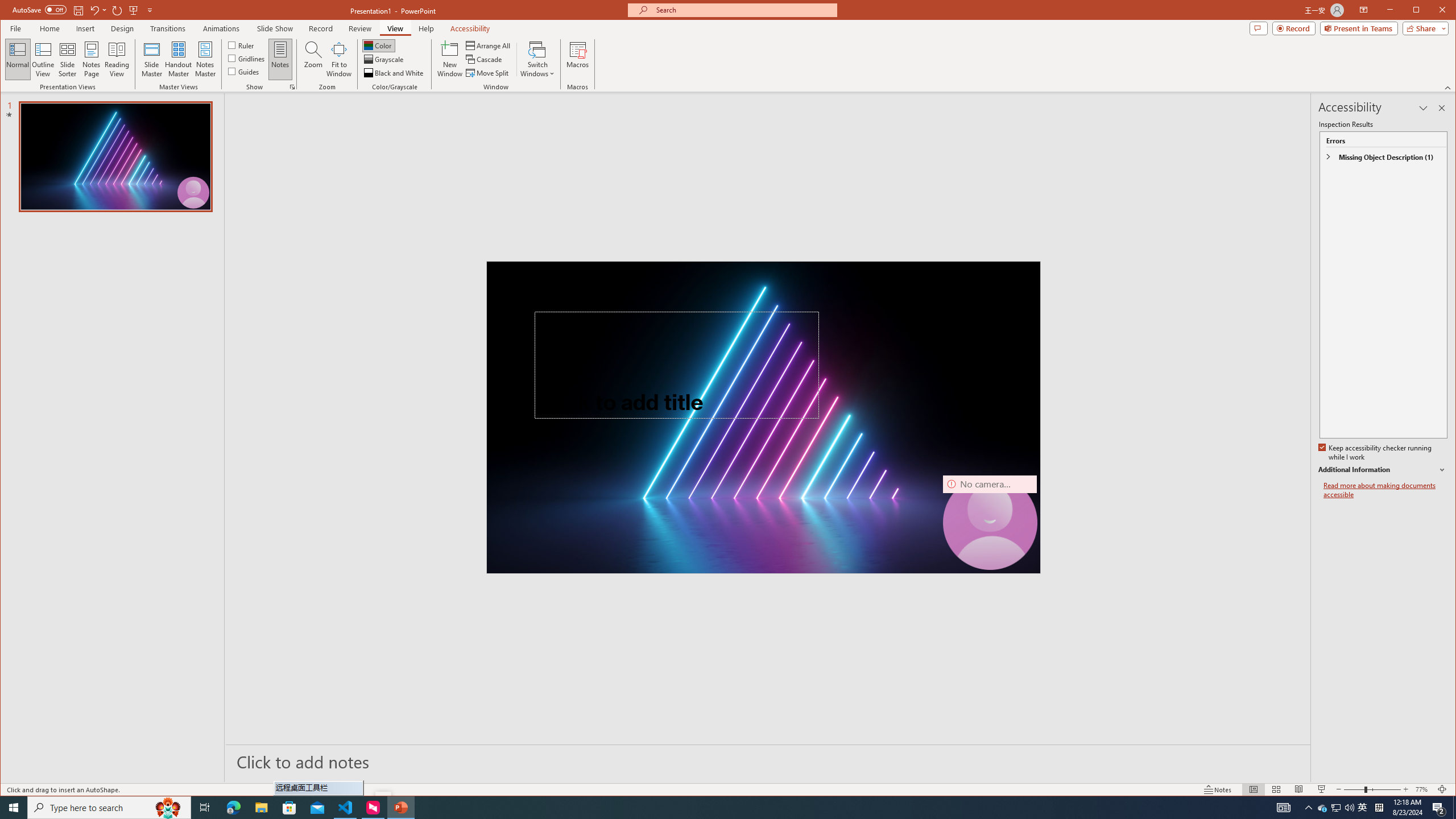  I want to click on 'Guides', so click(243, 71).